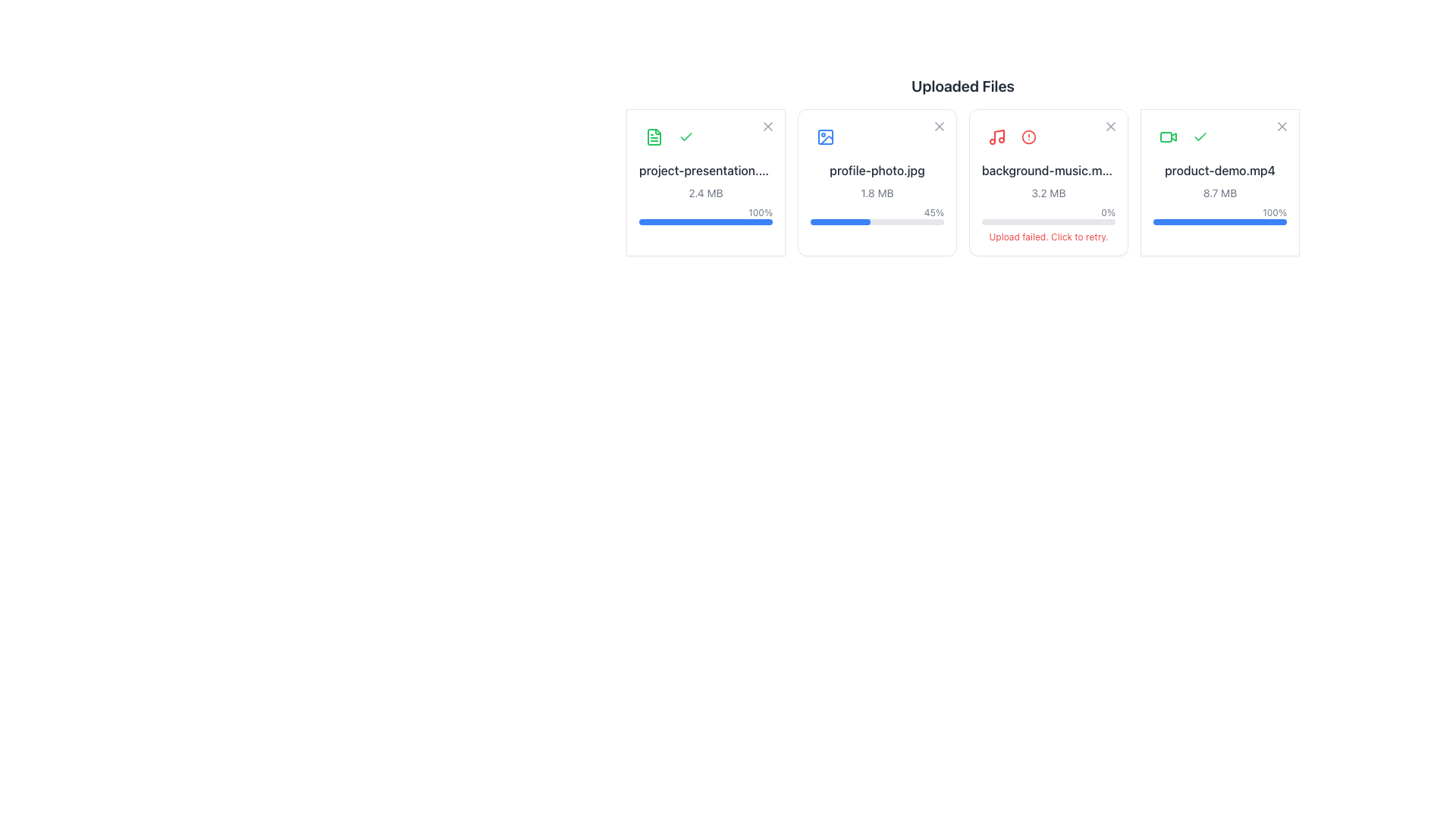 The width and height of the screenshot is (1456, 819). Describe the element at coordinates (767, 125) in the screenshot. I see `the 'X' icon button for removing or deleting the associated file item` at that location.